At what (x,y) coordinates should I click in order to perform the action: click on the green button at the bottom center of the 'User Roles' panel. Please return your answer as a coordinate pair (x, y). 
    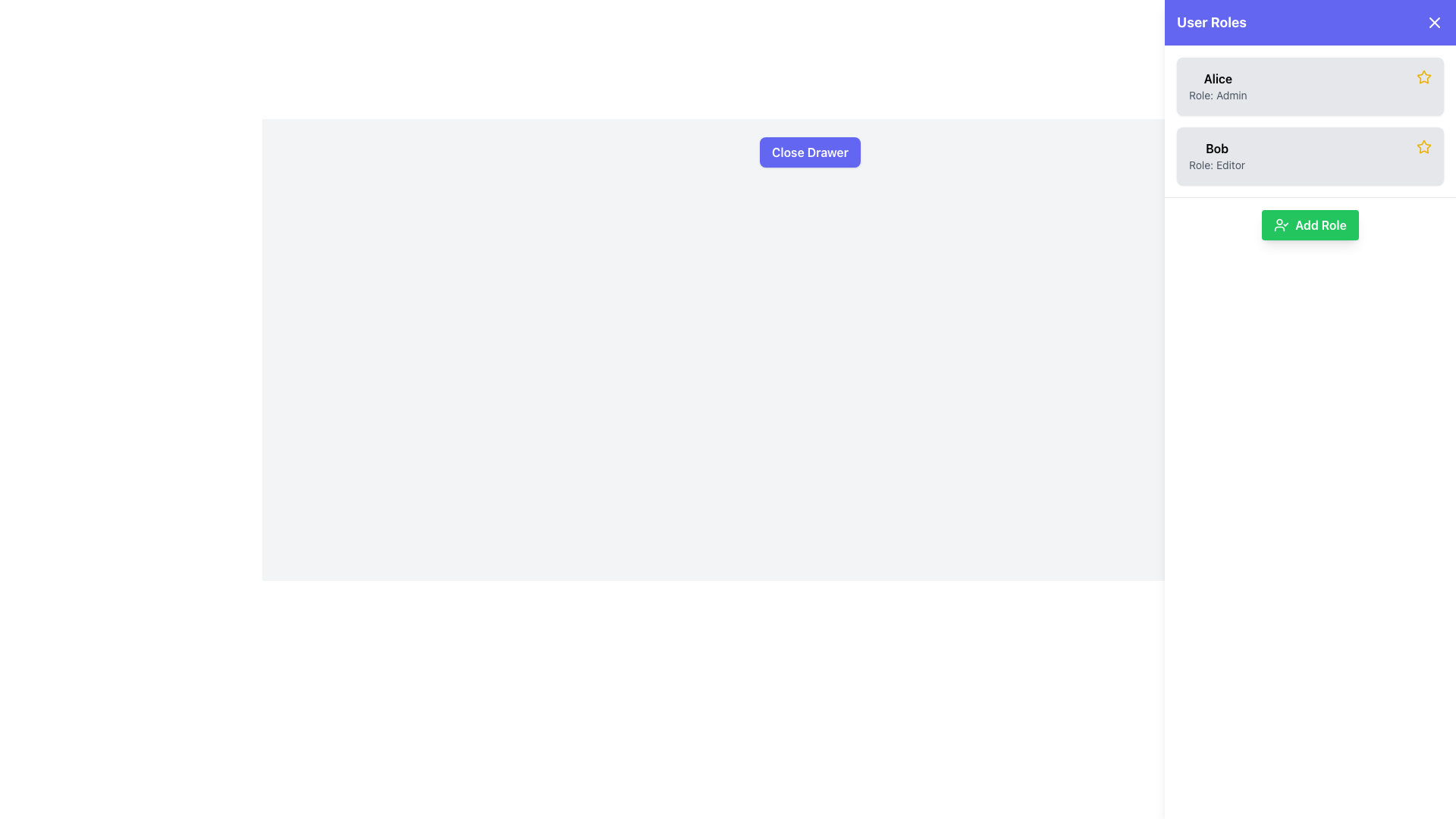
    Looking at the image, I should click on (1310, 225).